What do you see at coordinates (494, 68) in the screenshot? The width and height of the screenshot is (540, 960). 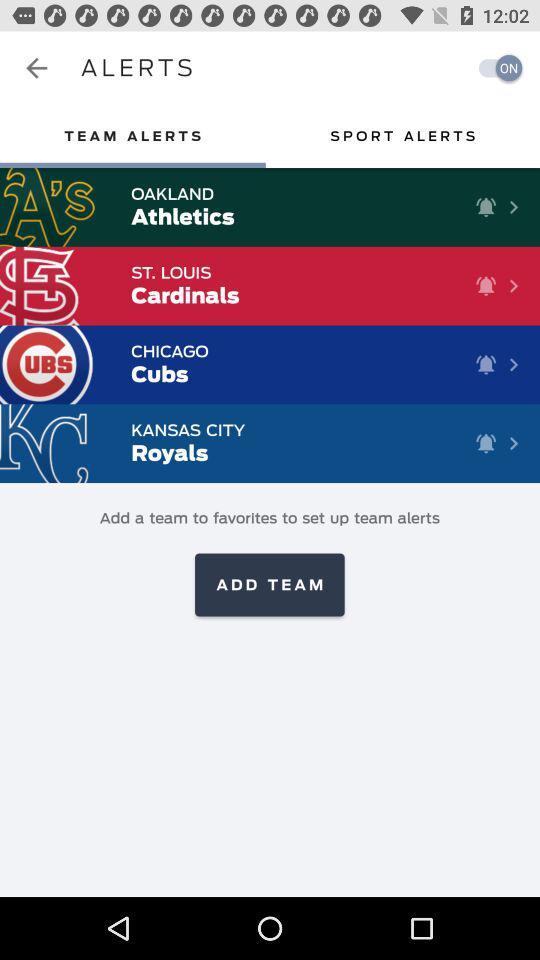 I see `the app to the right of alerts icon` at bounding box center [494, 68].